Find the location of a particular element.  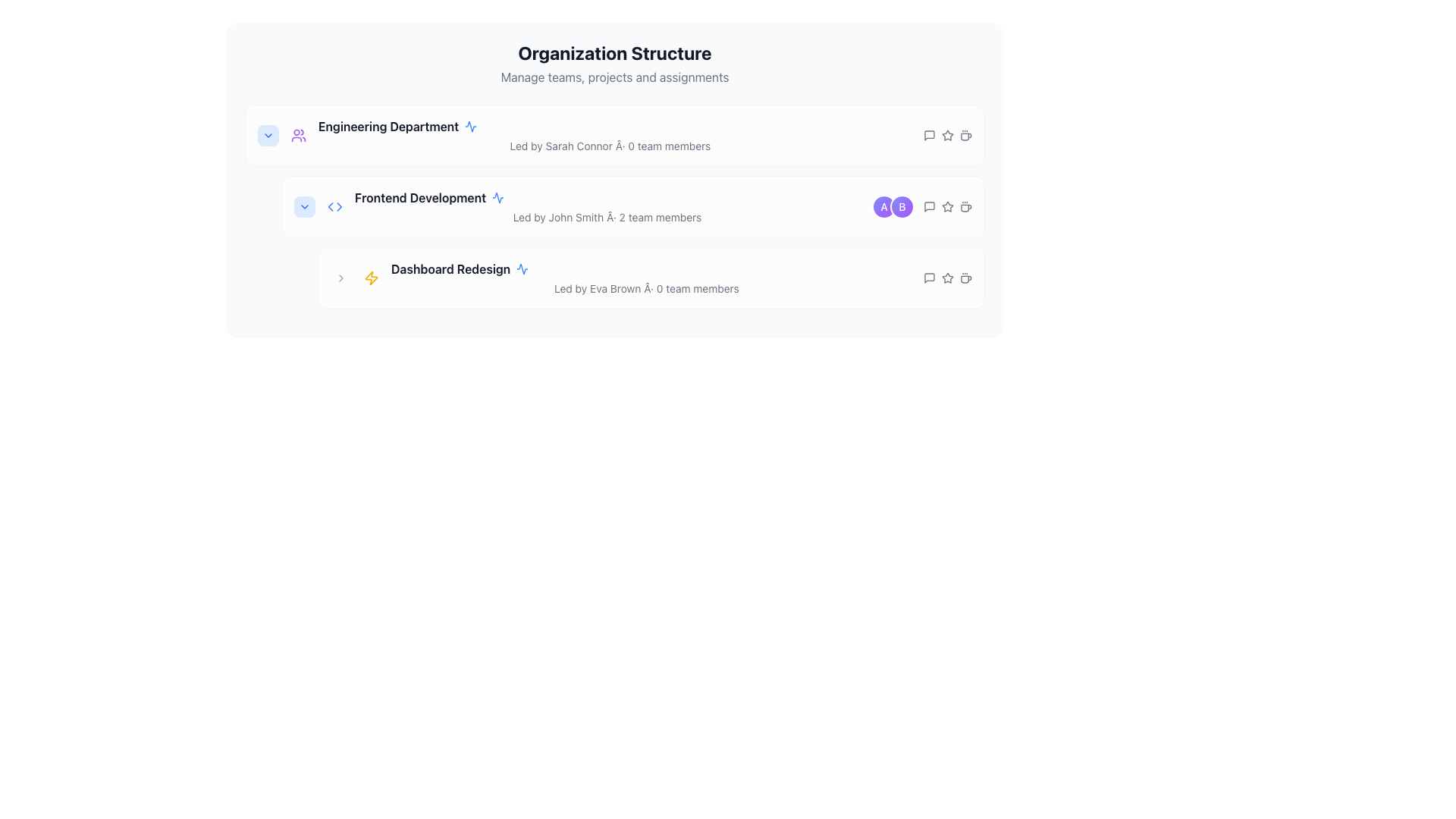

the small, rounded square button with a light blue background and a darker blue chevron-down icon is located at coordinates (304, 207).